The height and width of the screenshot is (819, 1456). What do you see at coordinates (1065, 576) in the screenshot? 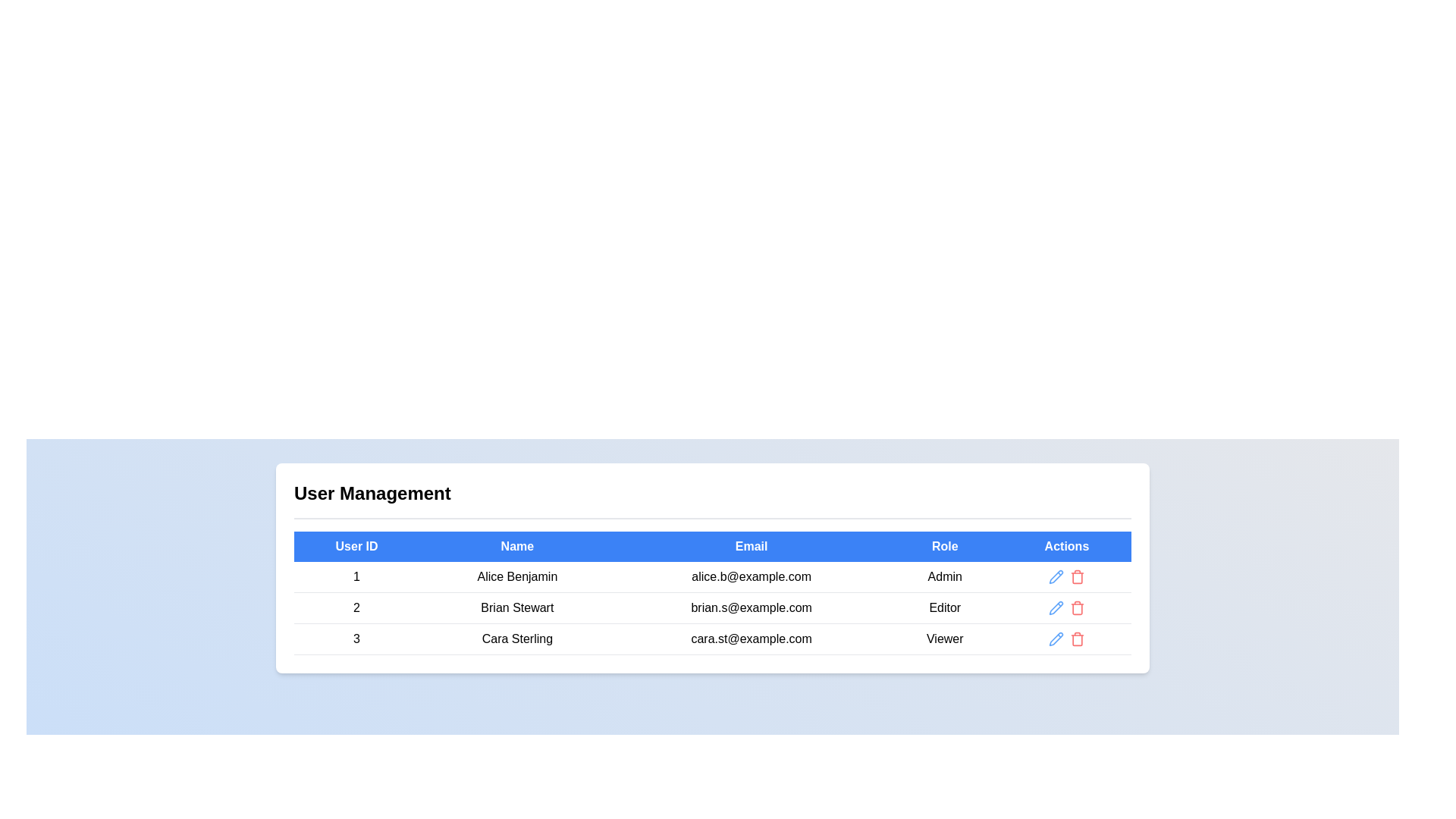
I see `the delete icon in the Actions column for the first user row in the table, which is part of an interactive control group for user information management` at bounding box center [1065, 576].